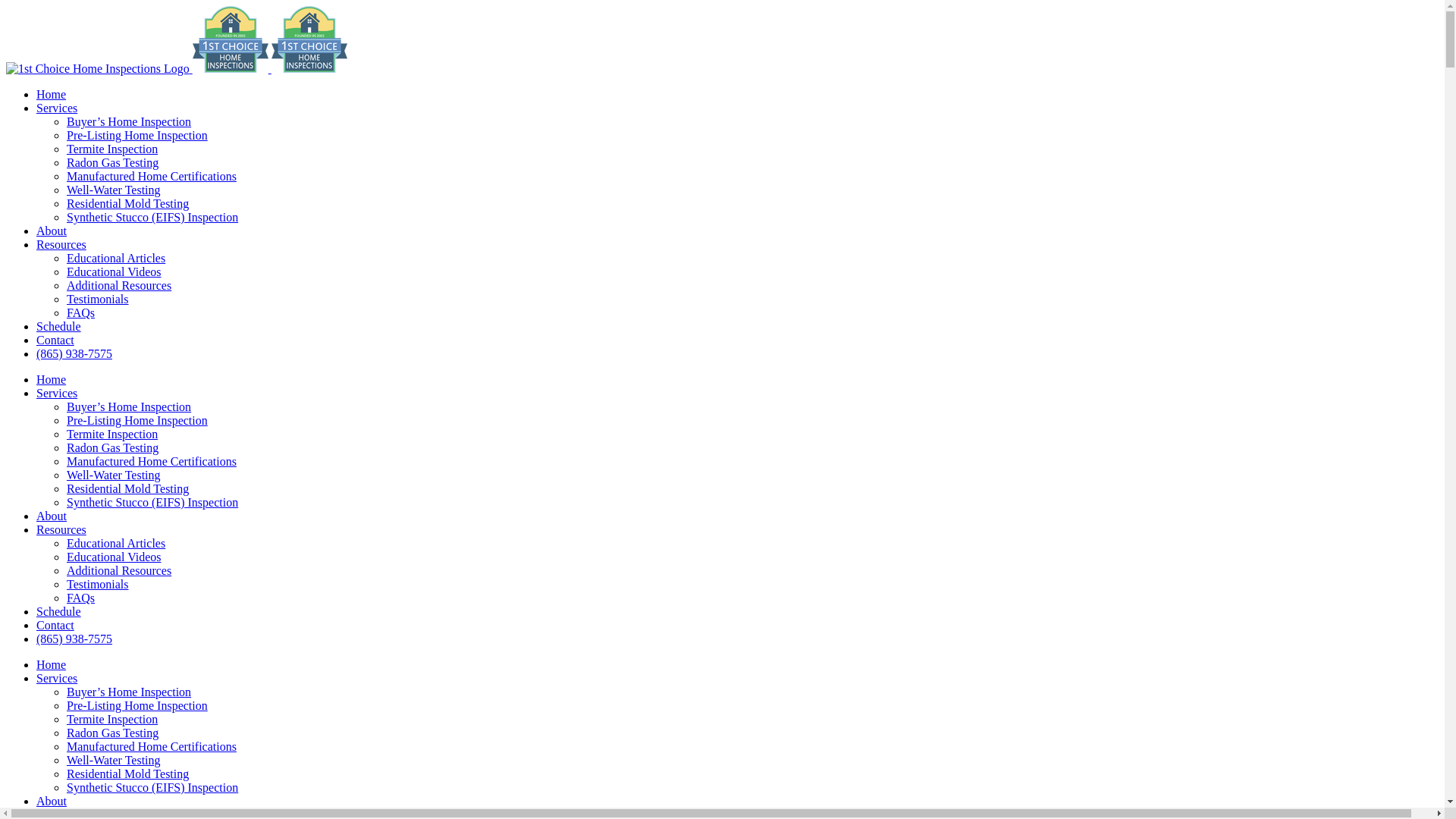 Image resolution: width=1456 pixels, height=819 pixels. I want to click on 'Radon Gas Testing', so click(111, 162).